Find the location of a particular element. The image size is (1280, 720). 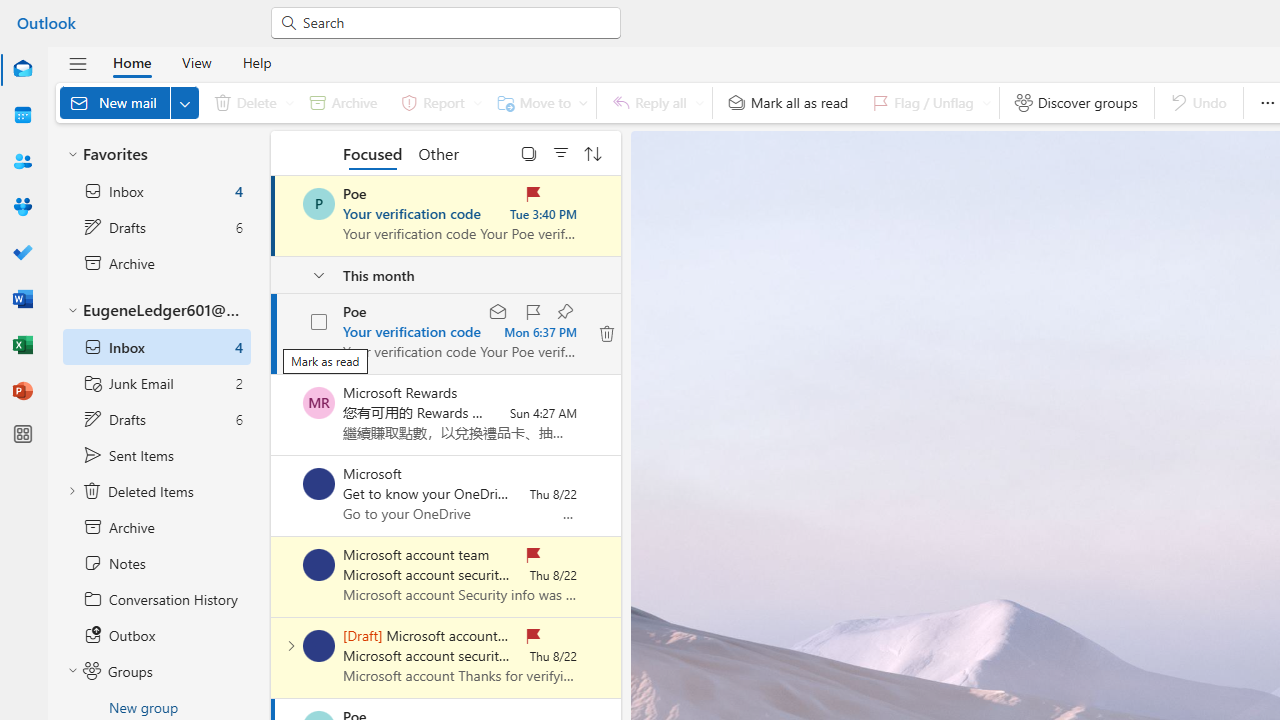

'More apps' is located at coordinates (23, 433).